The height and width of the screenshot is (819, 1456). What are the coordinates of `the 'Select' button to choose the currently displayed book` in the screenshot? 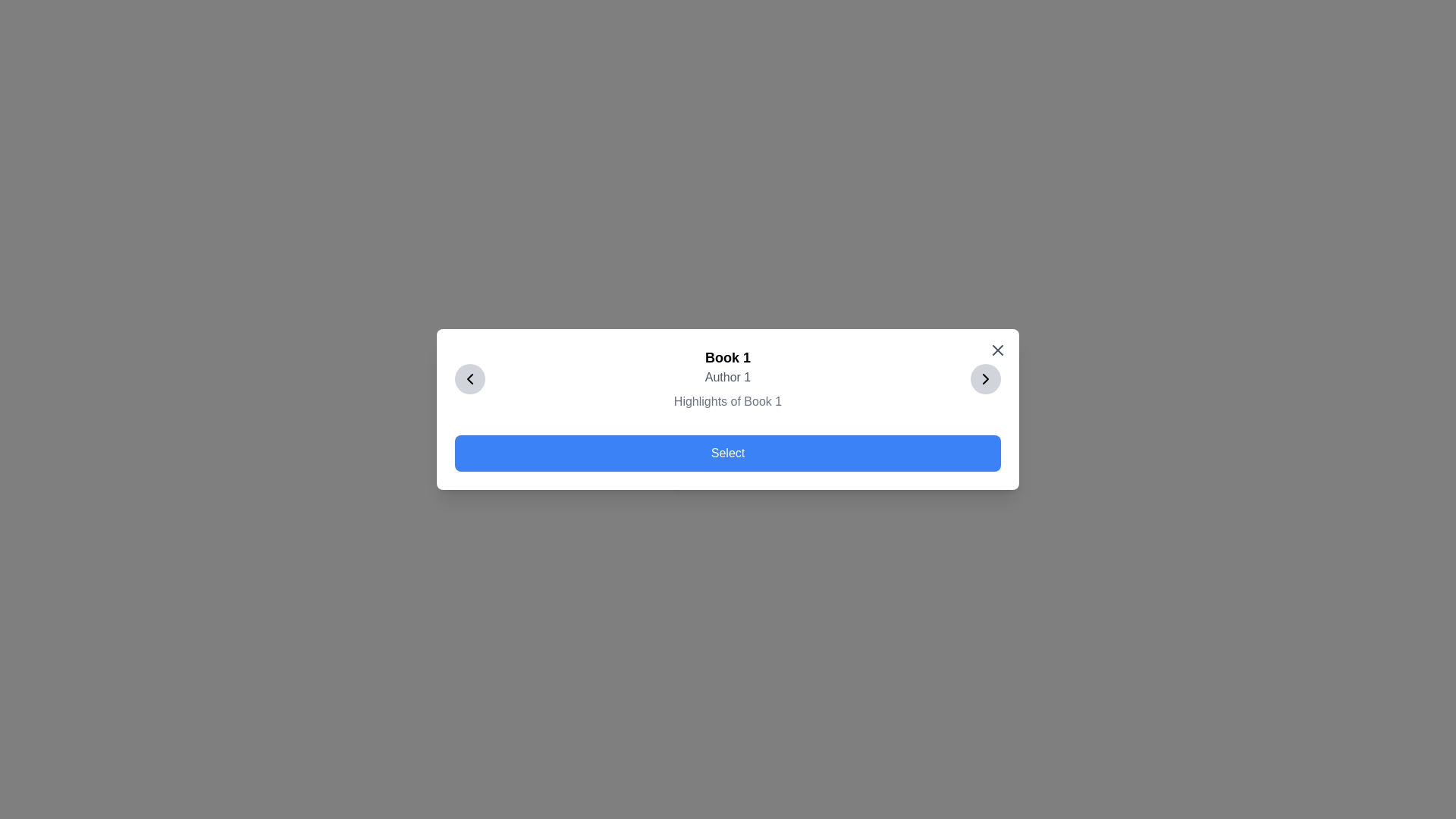 It's located at (728, 452).